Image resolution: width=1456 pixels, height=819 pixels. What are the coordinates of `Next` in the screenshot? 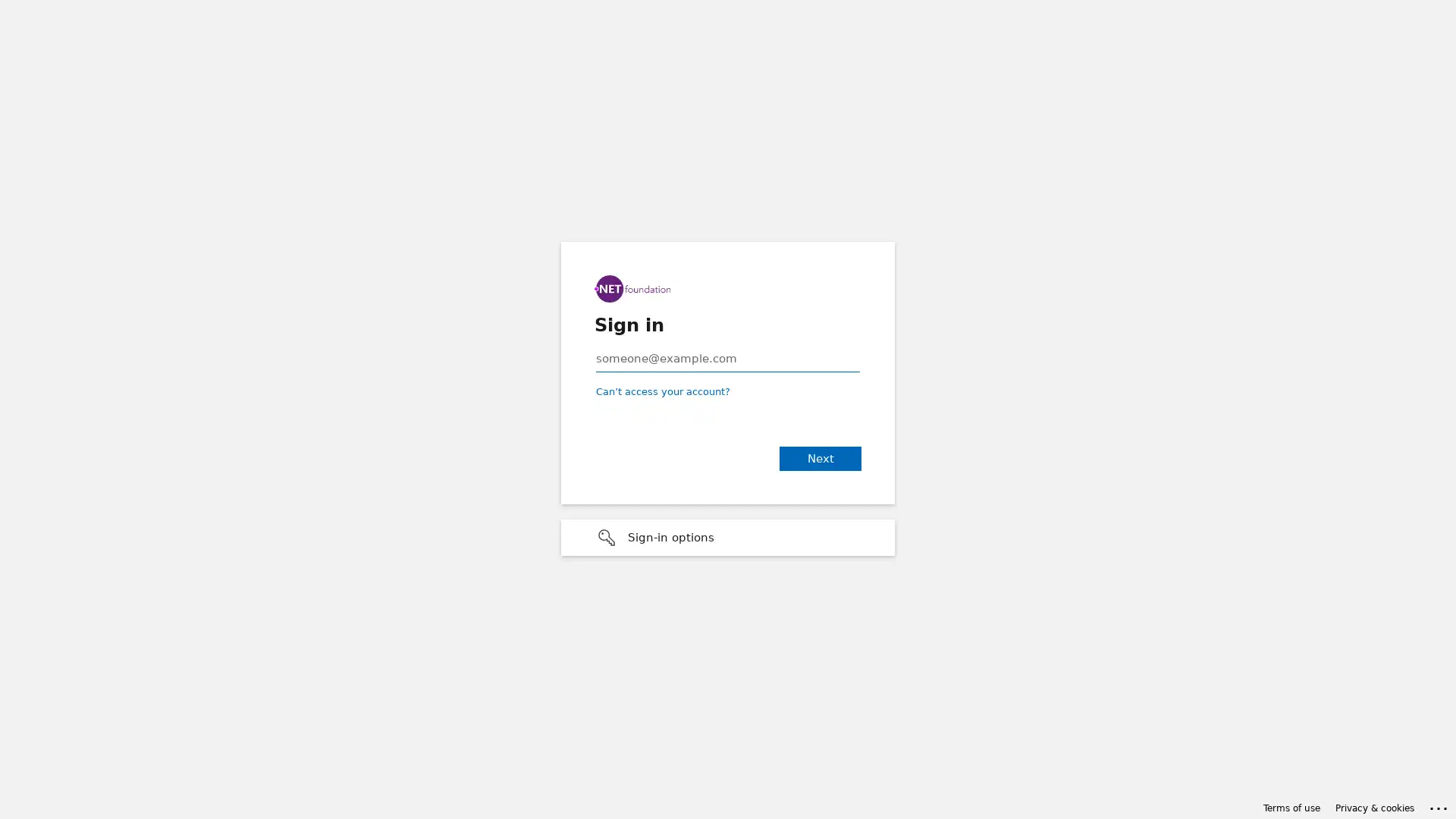 It's located at (819, 458).